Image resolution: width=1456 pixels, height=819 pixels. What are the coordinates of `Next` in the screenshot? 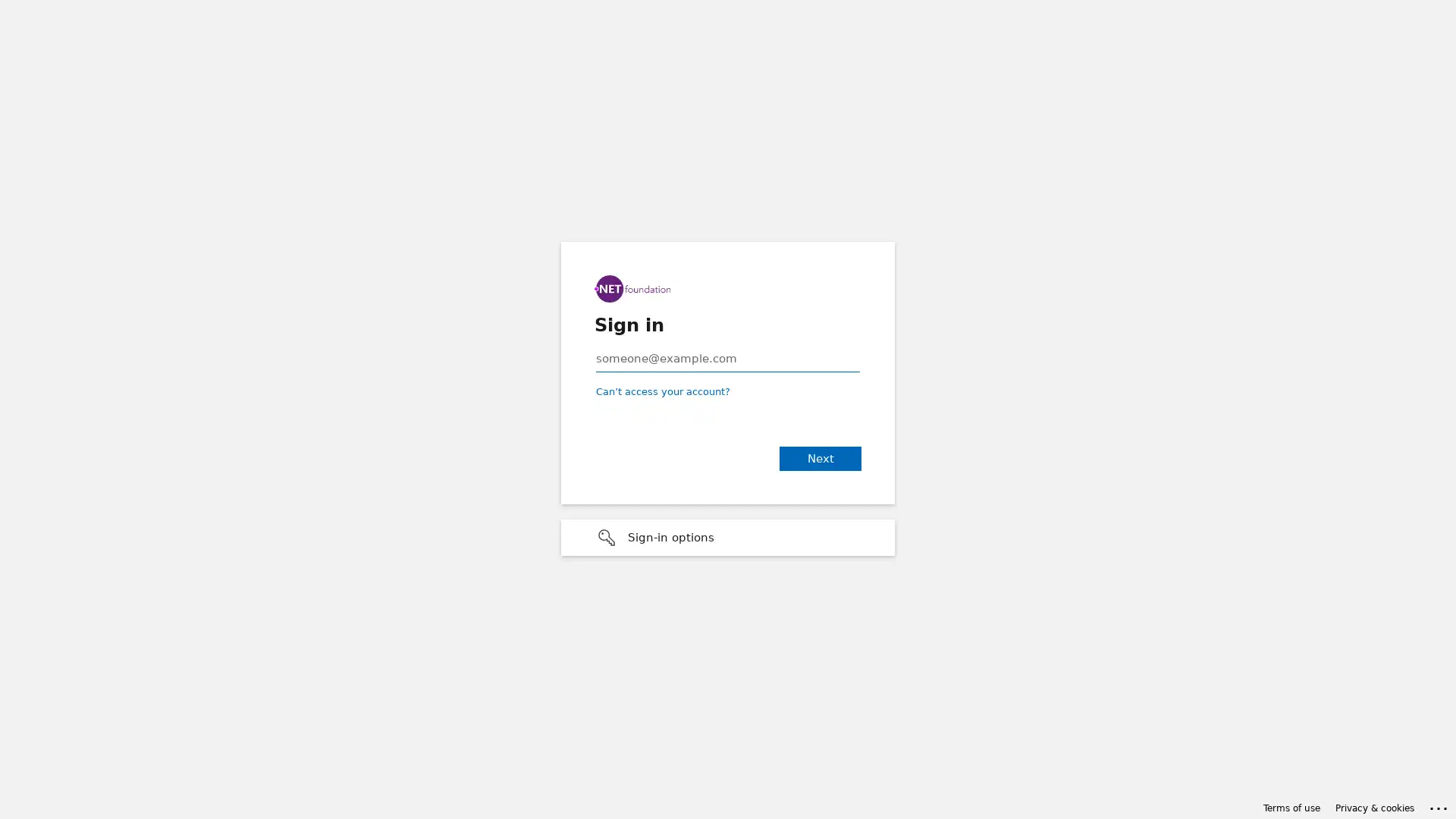 It's located at (819, 458).